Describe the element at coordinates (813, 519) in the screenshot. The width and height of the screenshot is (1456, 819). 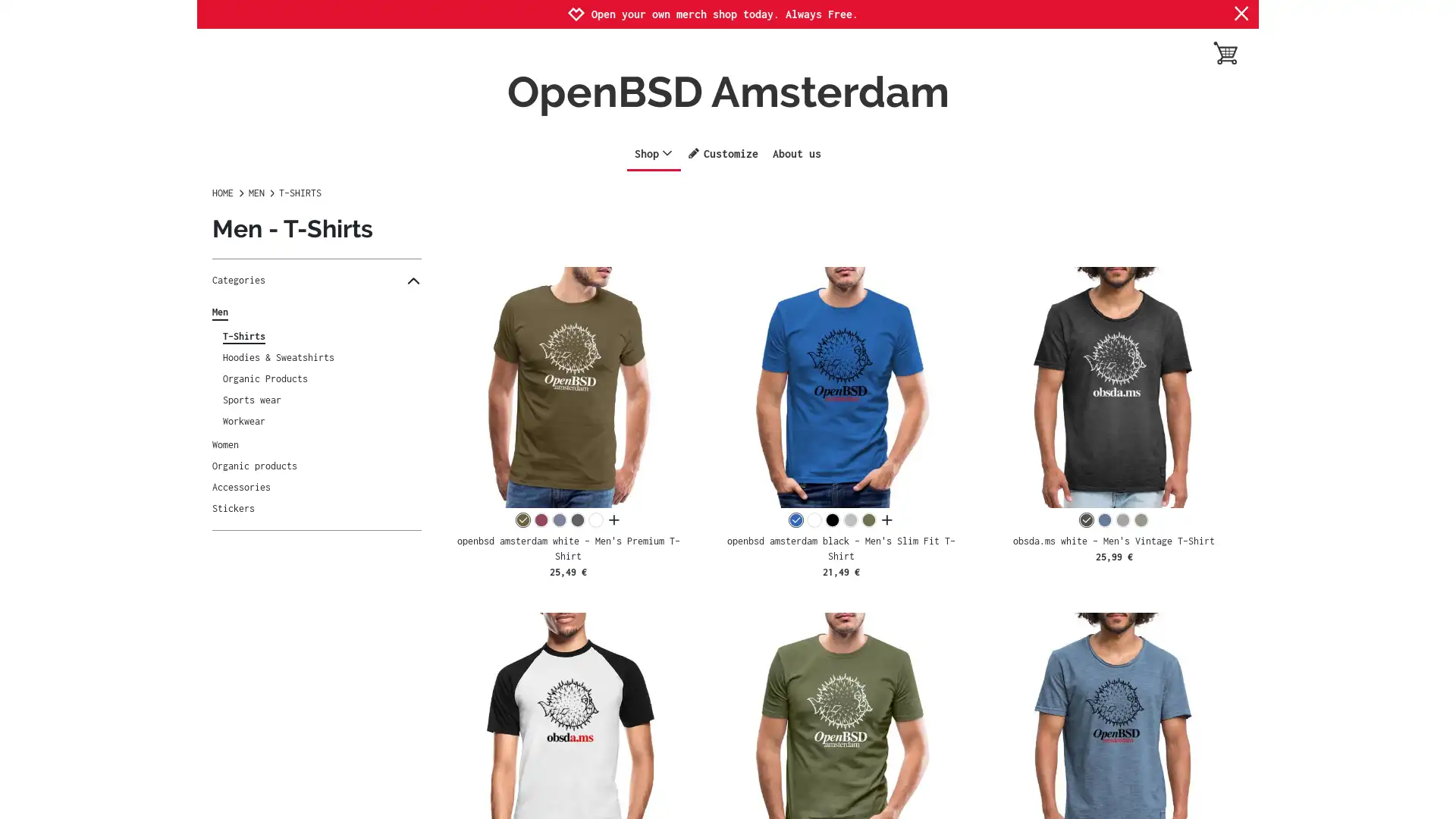
I see `white` at that location.